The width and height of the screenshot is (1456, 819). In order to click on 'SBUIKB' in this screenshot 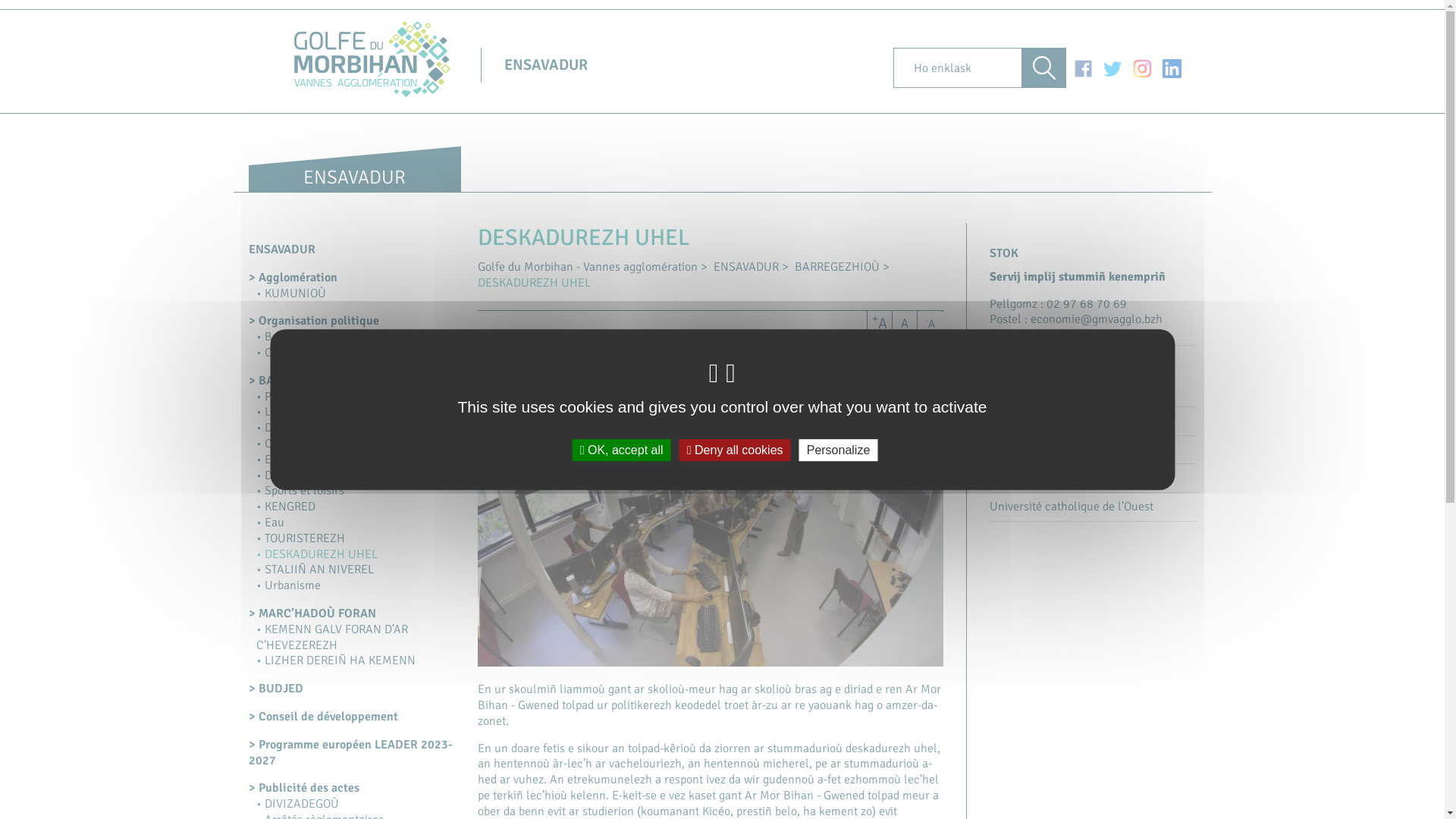, I will do `click(990, 394)`.